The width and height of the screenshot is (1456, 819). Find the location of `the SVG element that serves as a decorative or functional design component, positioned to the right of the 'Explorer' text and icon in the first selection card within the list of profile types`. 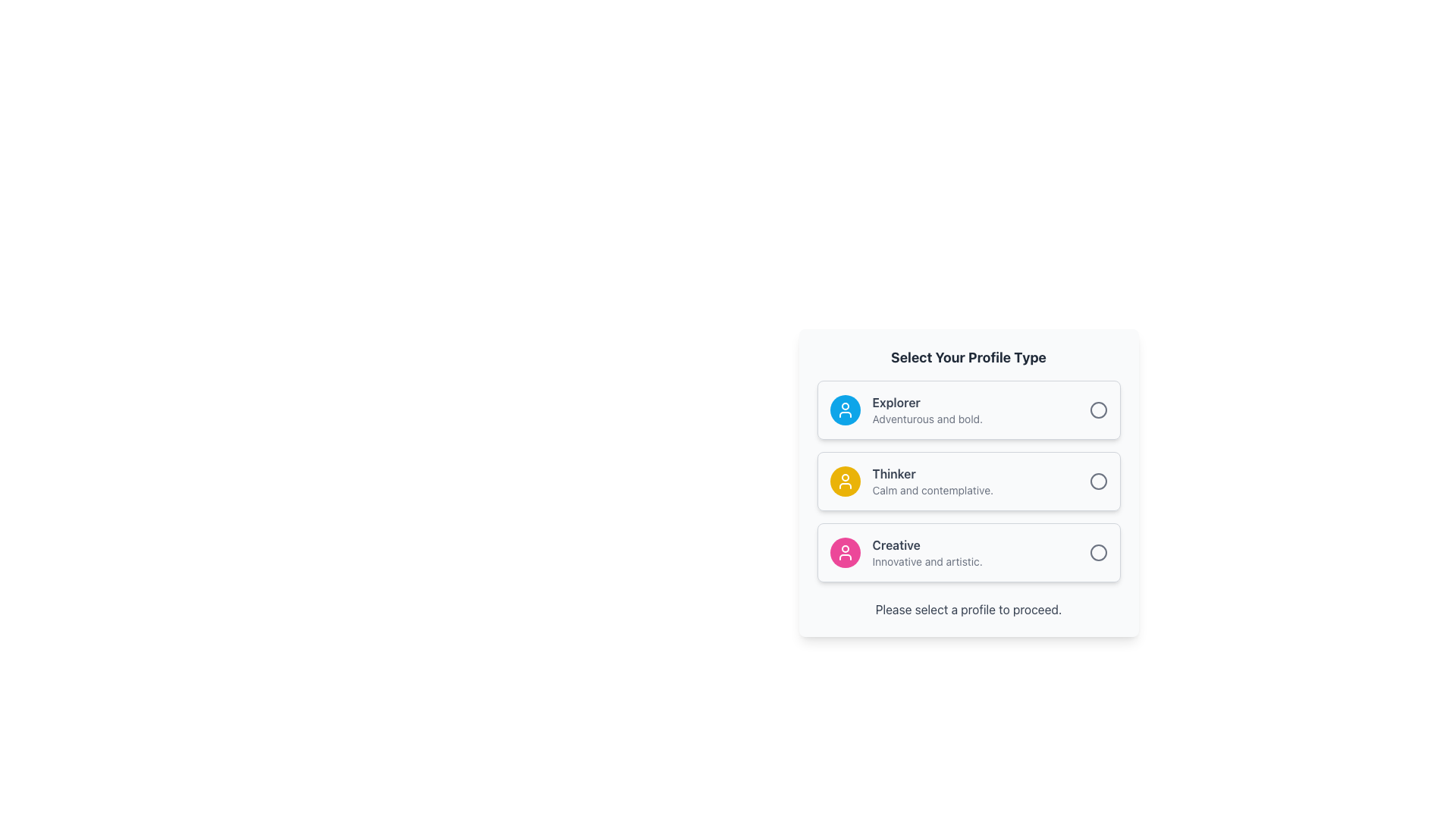

the SVG element that serves as a decorative or functional design component, positioned to the right of the 'Explorer' text and icon in the first selection card within the list of profile types is located at coordinates (1098, 409).